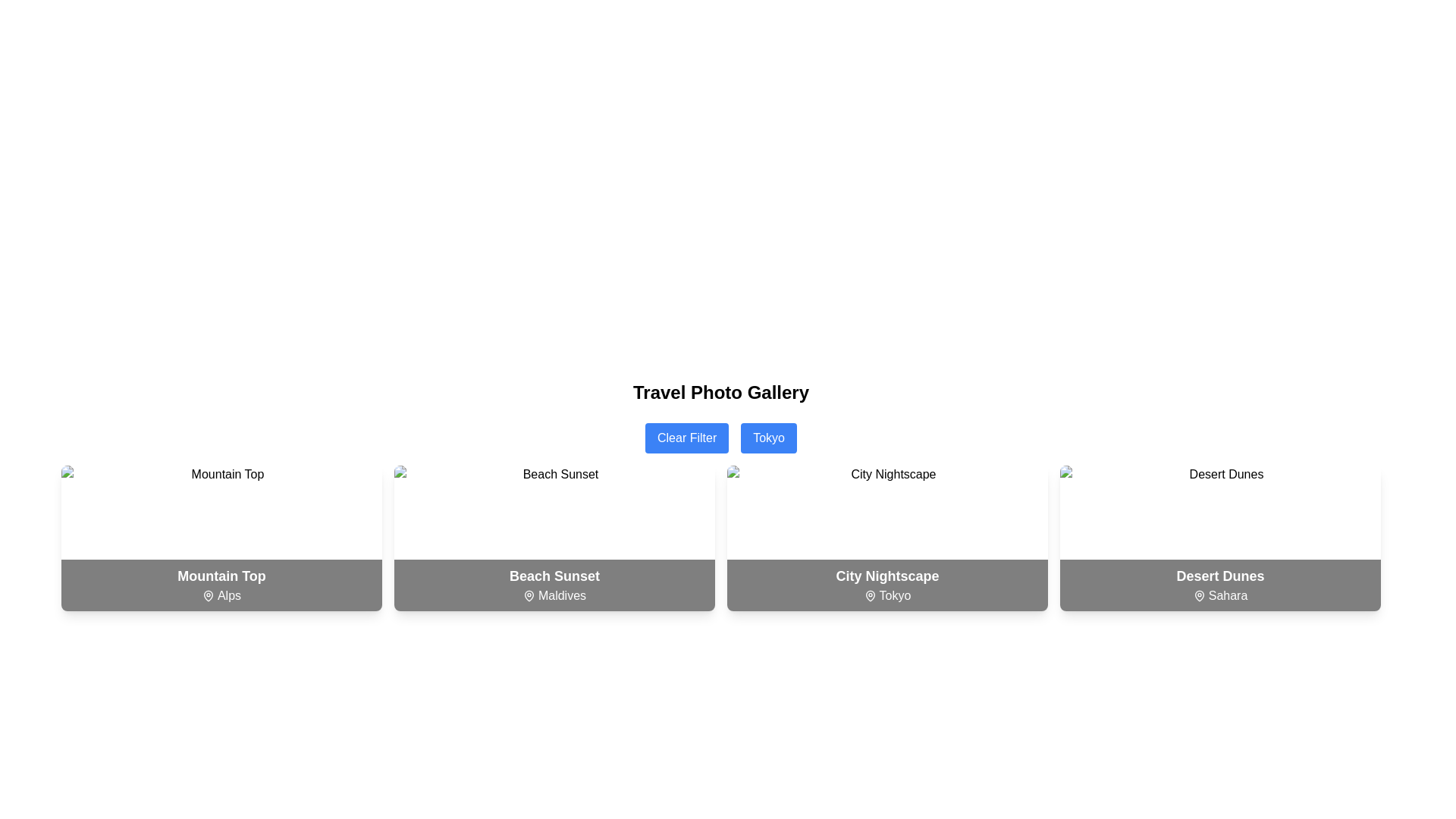 This screenshot has height=819, width=1456. What do you see at coordinates (1220, 595) in the screenshot?
I see `the label that reads 'Sahara' with white text on a gray background, located at the bottom-center of the 'Desert Dunes' card in the footer section` at bounding box center [1220, 595].